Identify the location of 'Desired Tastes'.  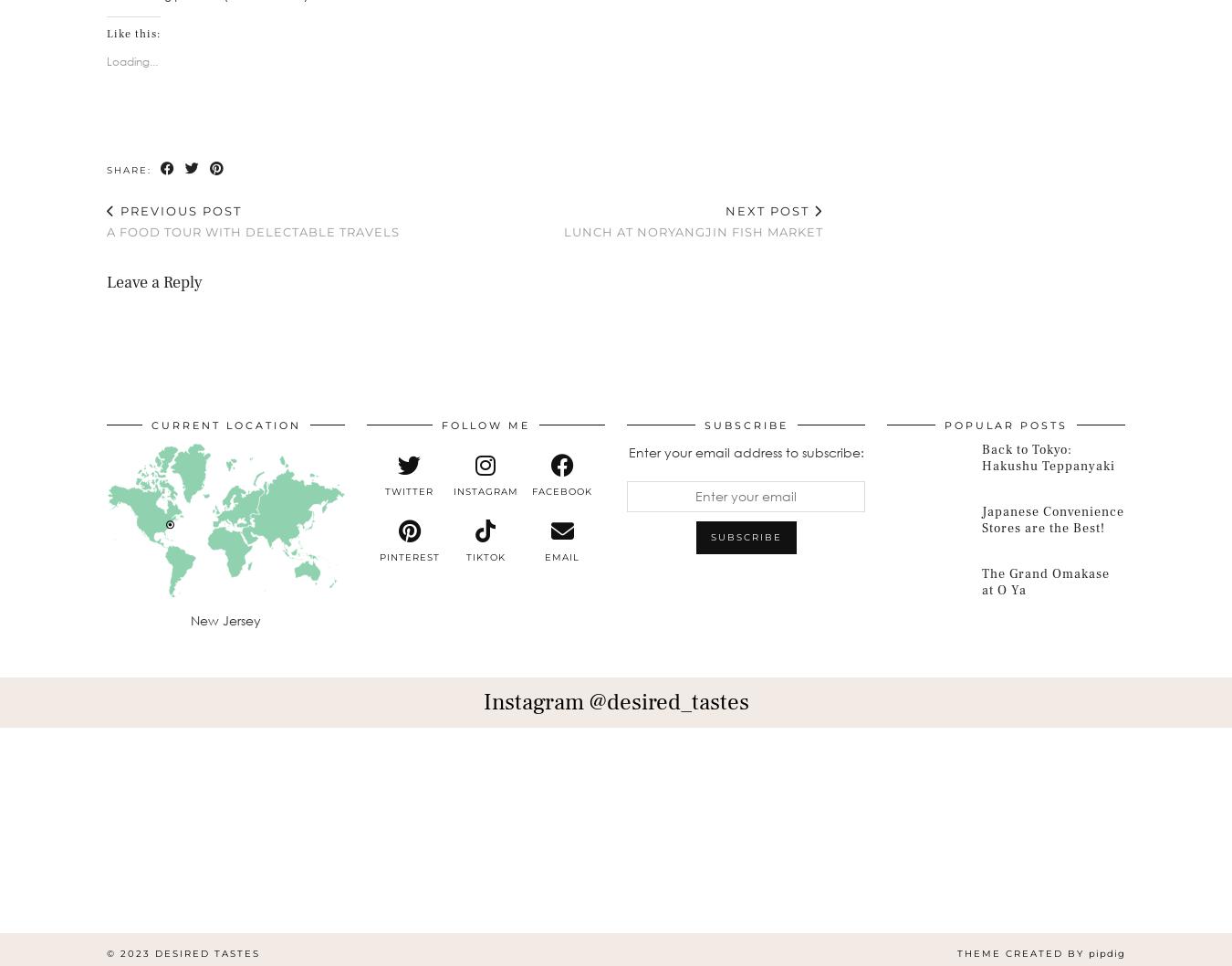
(154, 951).